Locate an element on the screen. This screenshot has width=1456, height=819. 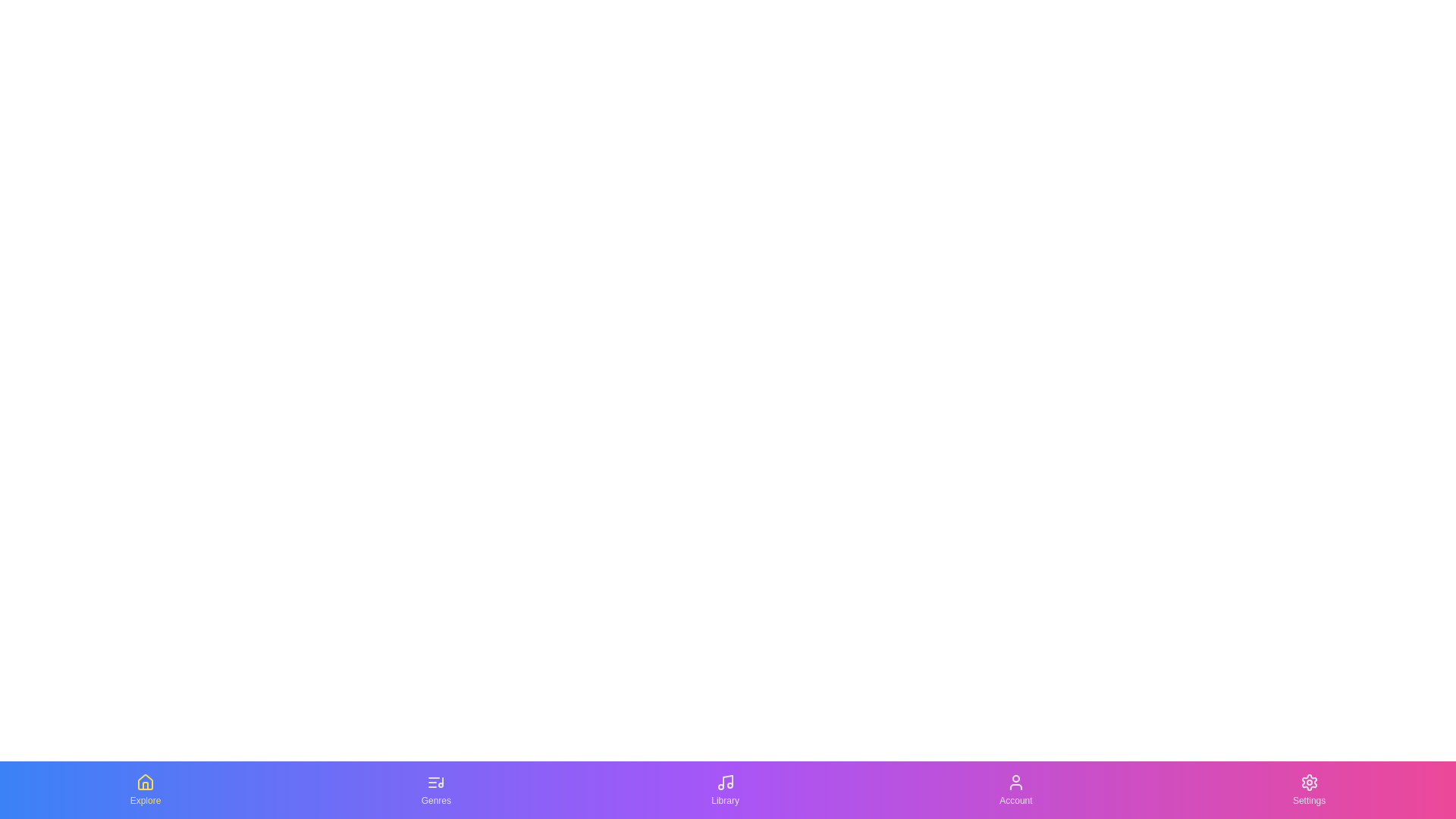
the Account tab by clicking on its button is located at coordinates (1015, 789).